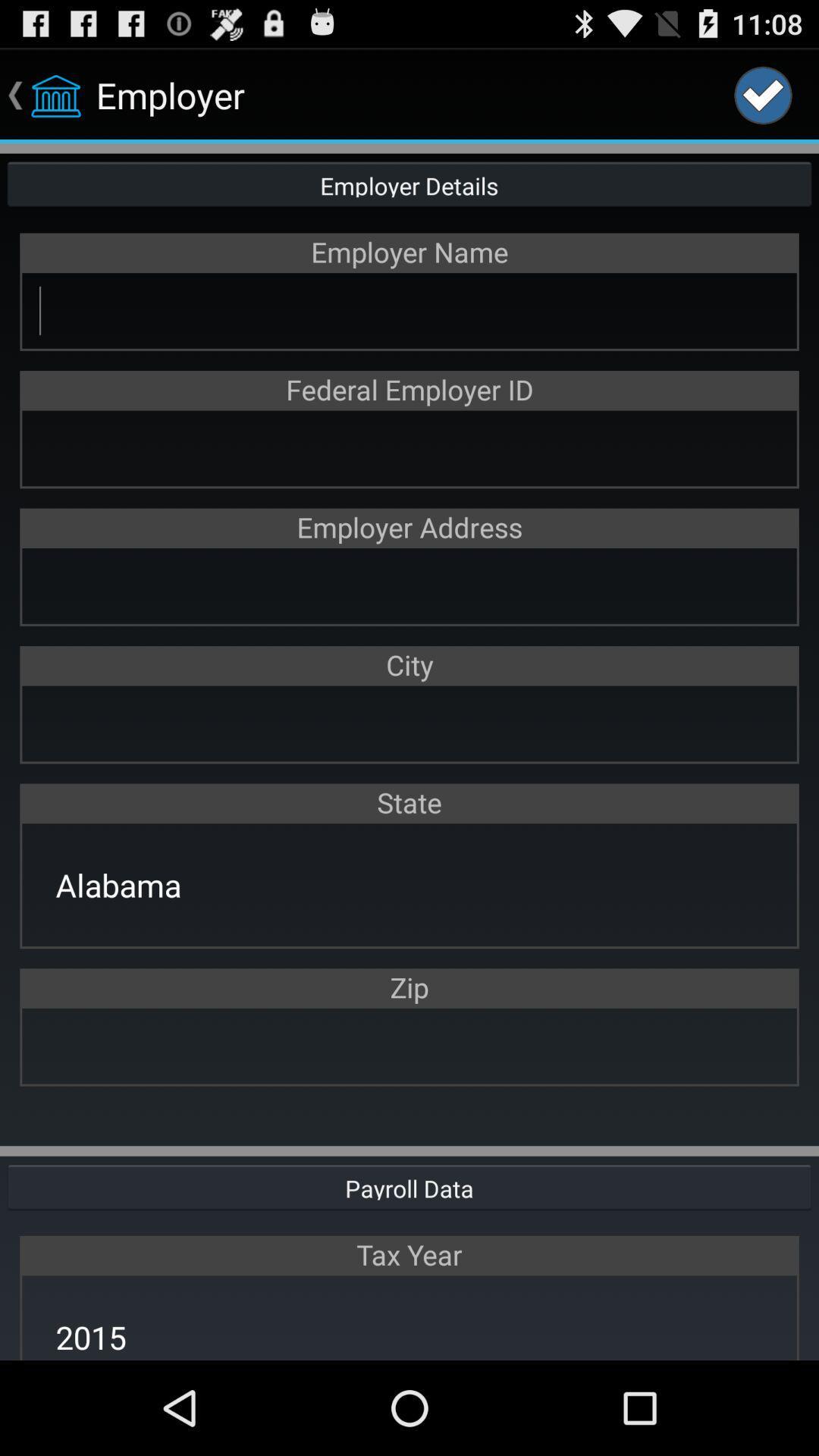 Image resolution: width=819 pixels, height=1456 pixels. I want to click on address, so click(409, 585).